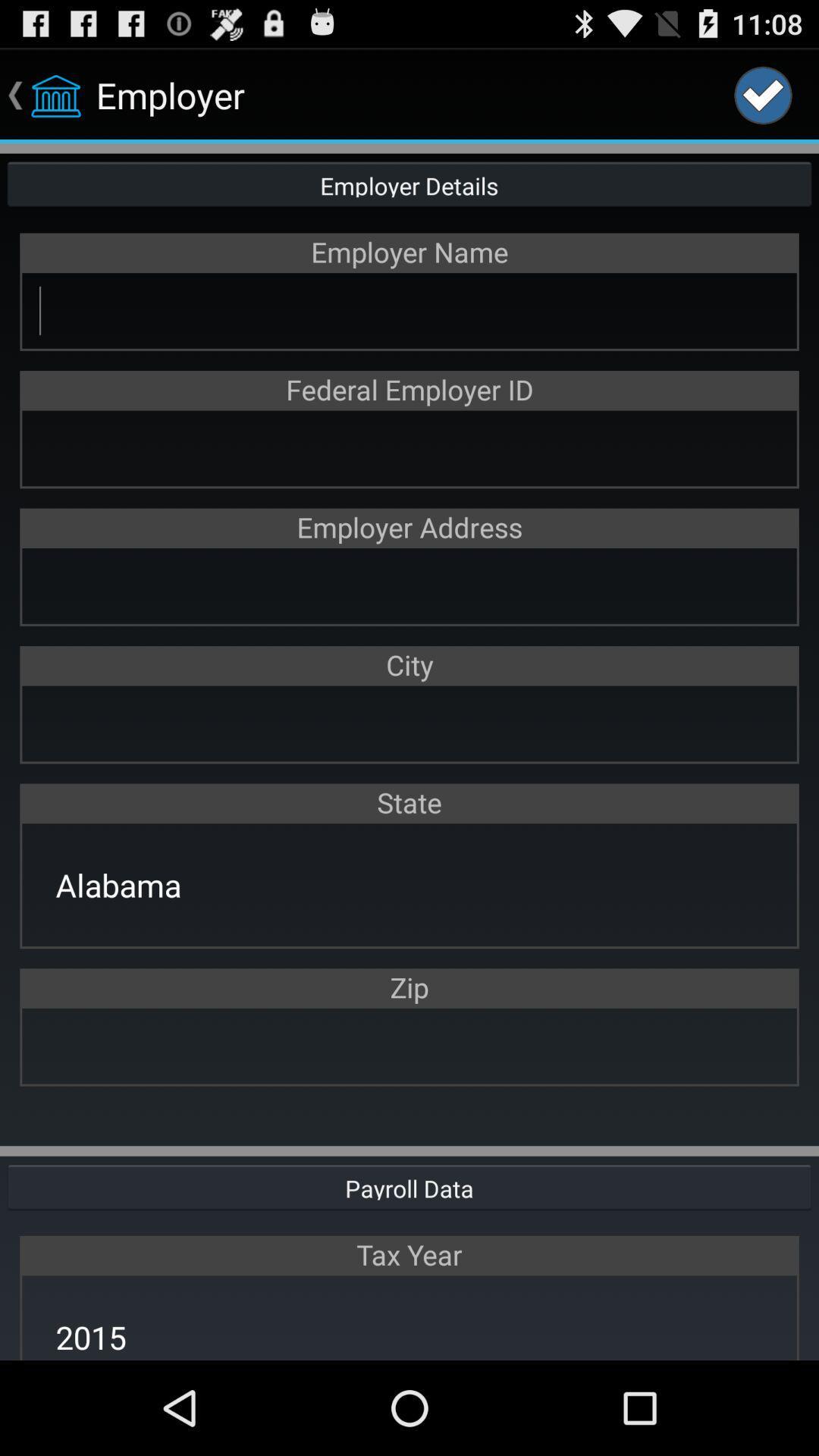 Image resolution: width=819 pixels, height=1456 pixels. I want to click on address, so click(409, 585).